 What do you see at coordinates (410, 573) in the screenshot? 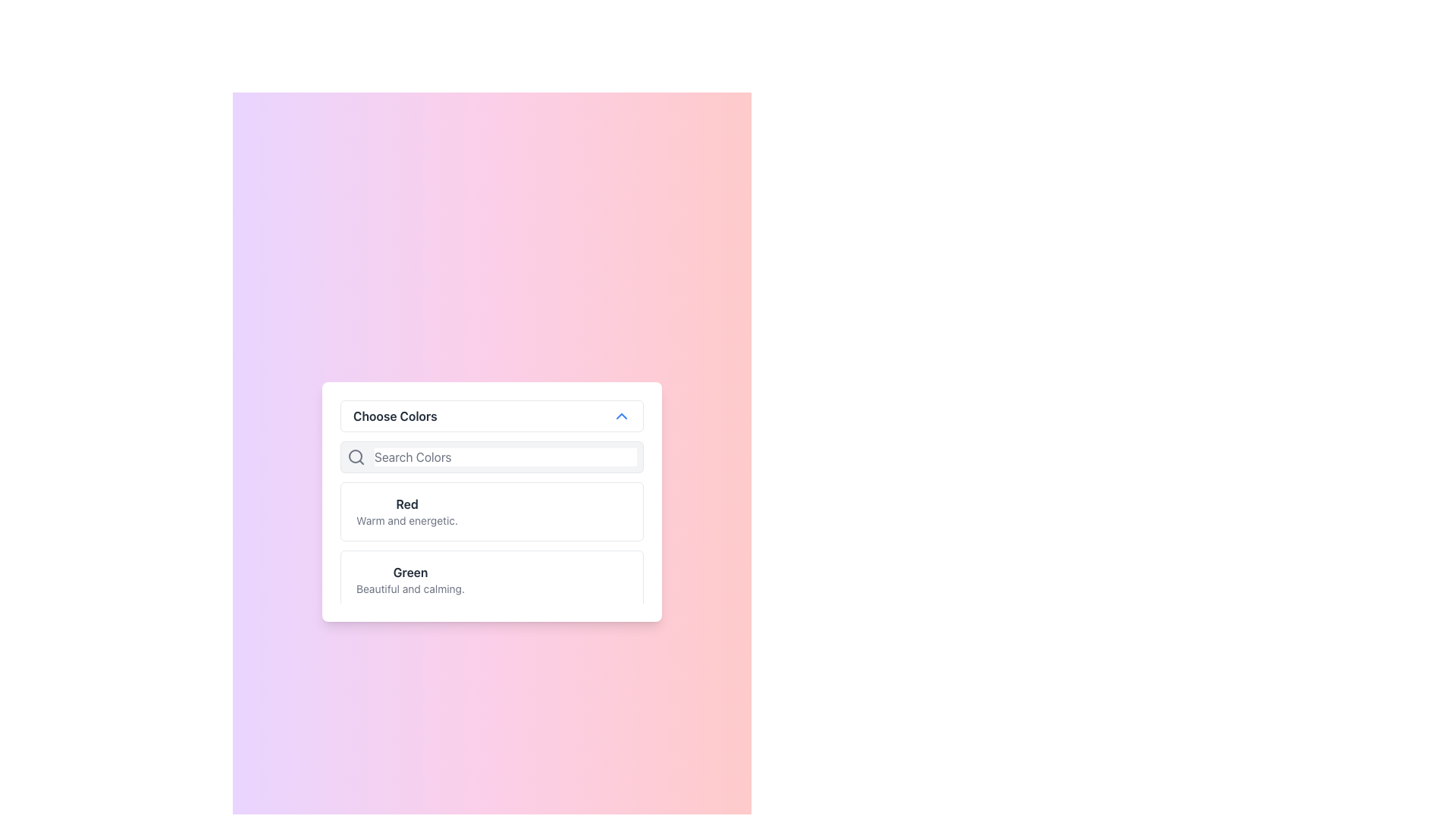
I see `the bold text 'Green' in dark gray color` at bounding box center [410, 573].